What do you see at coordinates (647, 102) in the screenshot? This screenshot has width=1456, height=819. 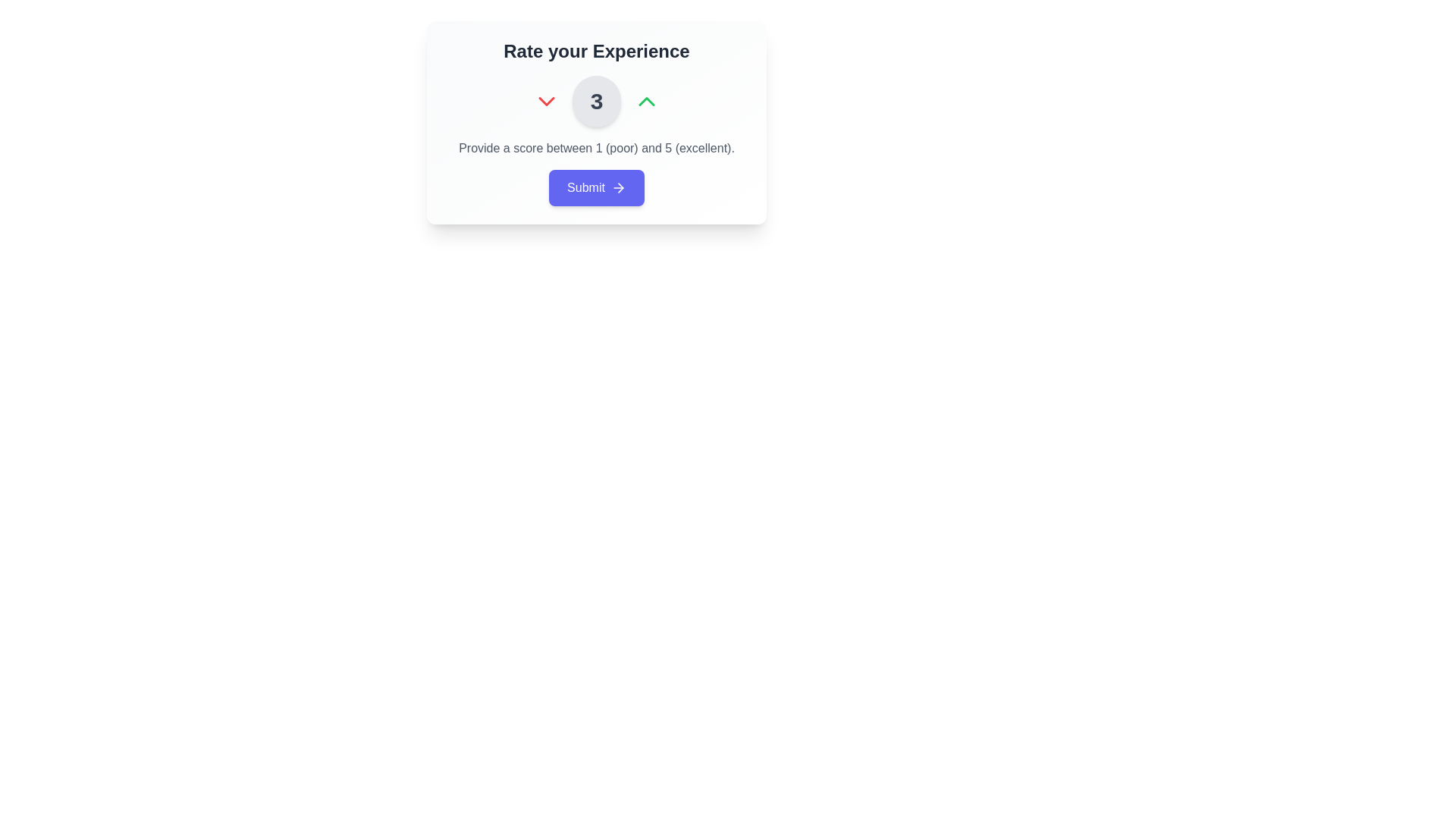 I see `the up-chevron icon representing an upward action, located above the circled '3' rating in the interface` at bounding box center [647, 102].